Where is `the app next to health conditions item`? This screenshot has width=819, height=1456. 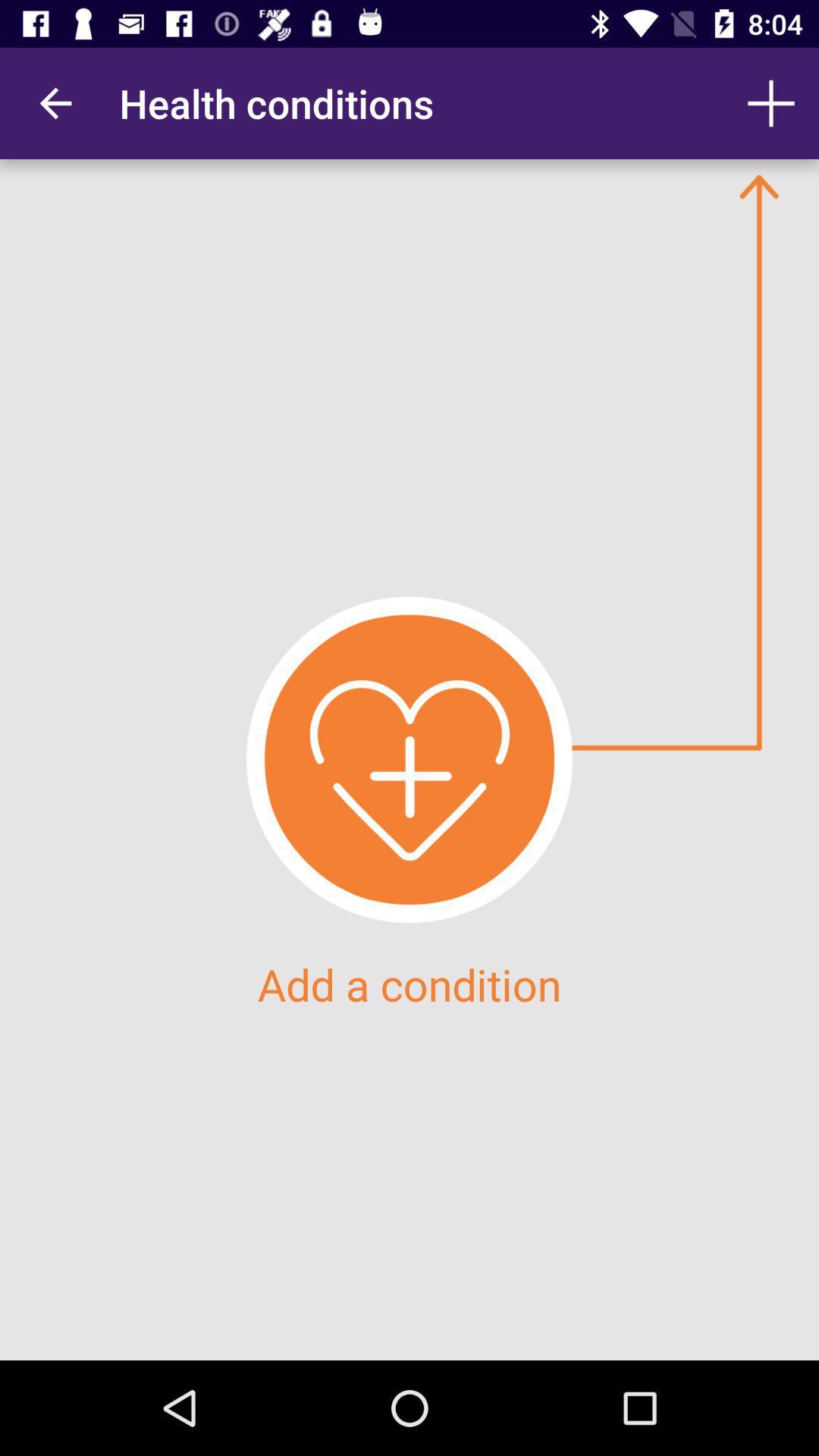
the app next to health conditions item is located at coordinates (55, 102).